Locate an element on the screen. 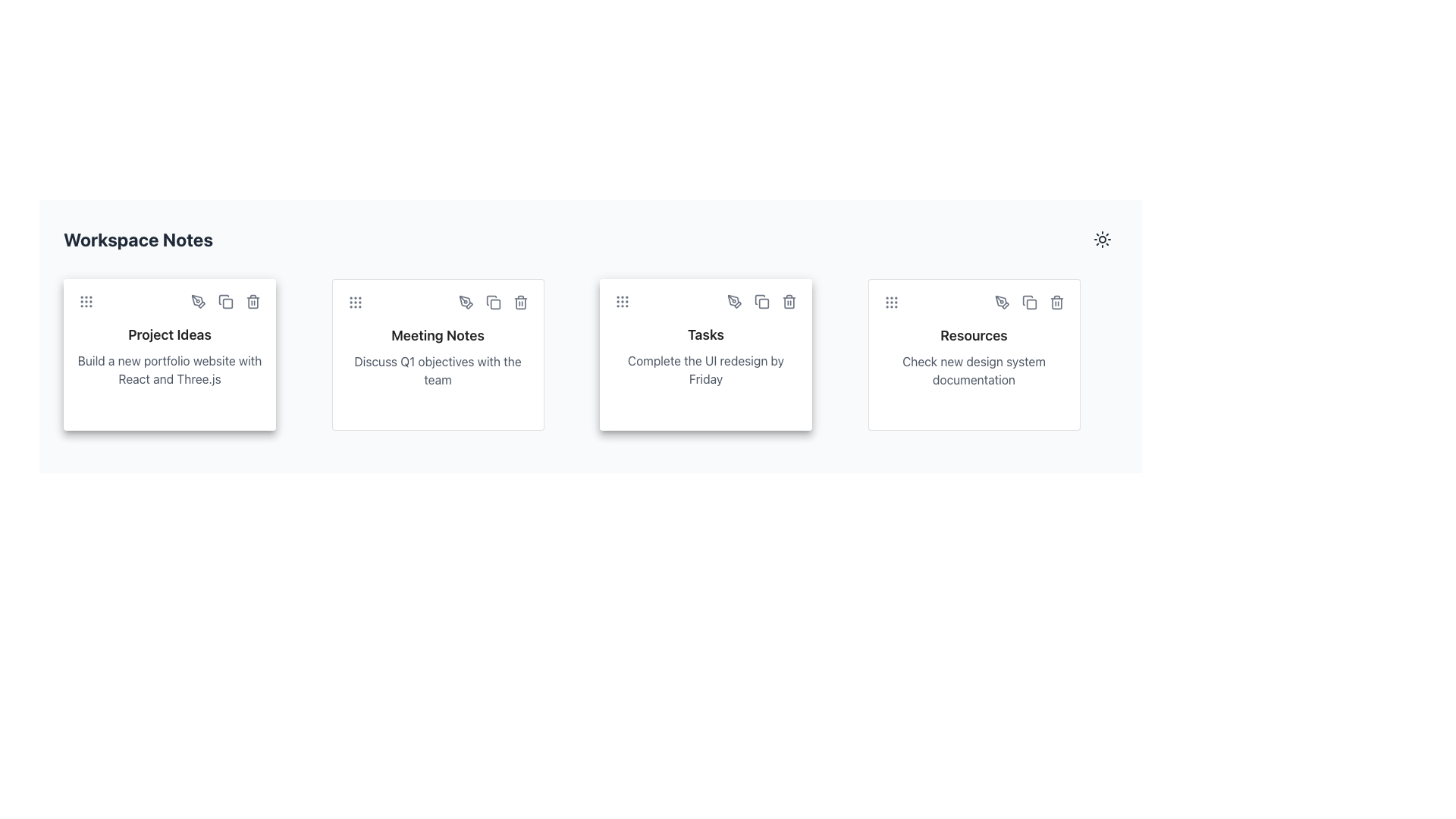  the edit icon button located in the top-right corner of the 'Resources' card is located at coordinates (1002, 302).